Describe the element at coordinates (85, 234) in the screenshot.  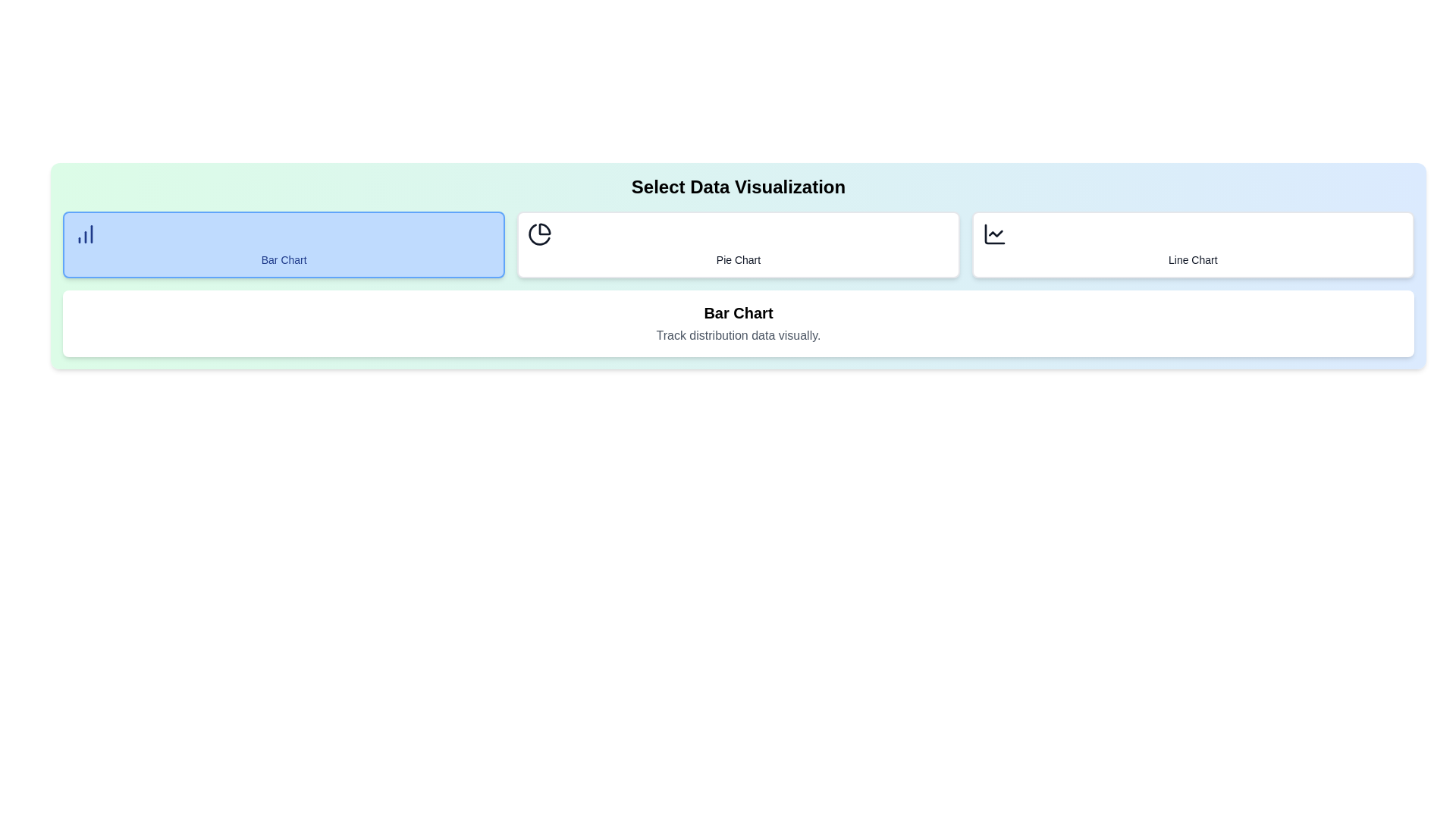
I see `the icon resembling a bar chart located in the top-left corner of the blue box labeled 'Bar Chart'` at that location.